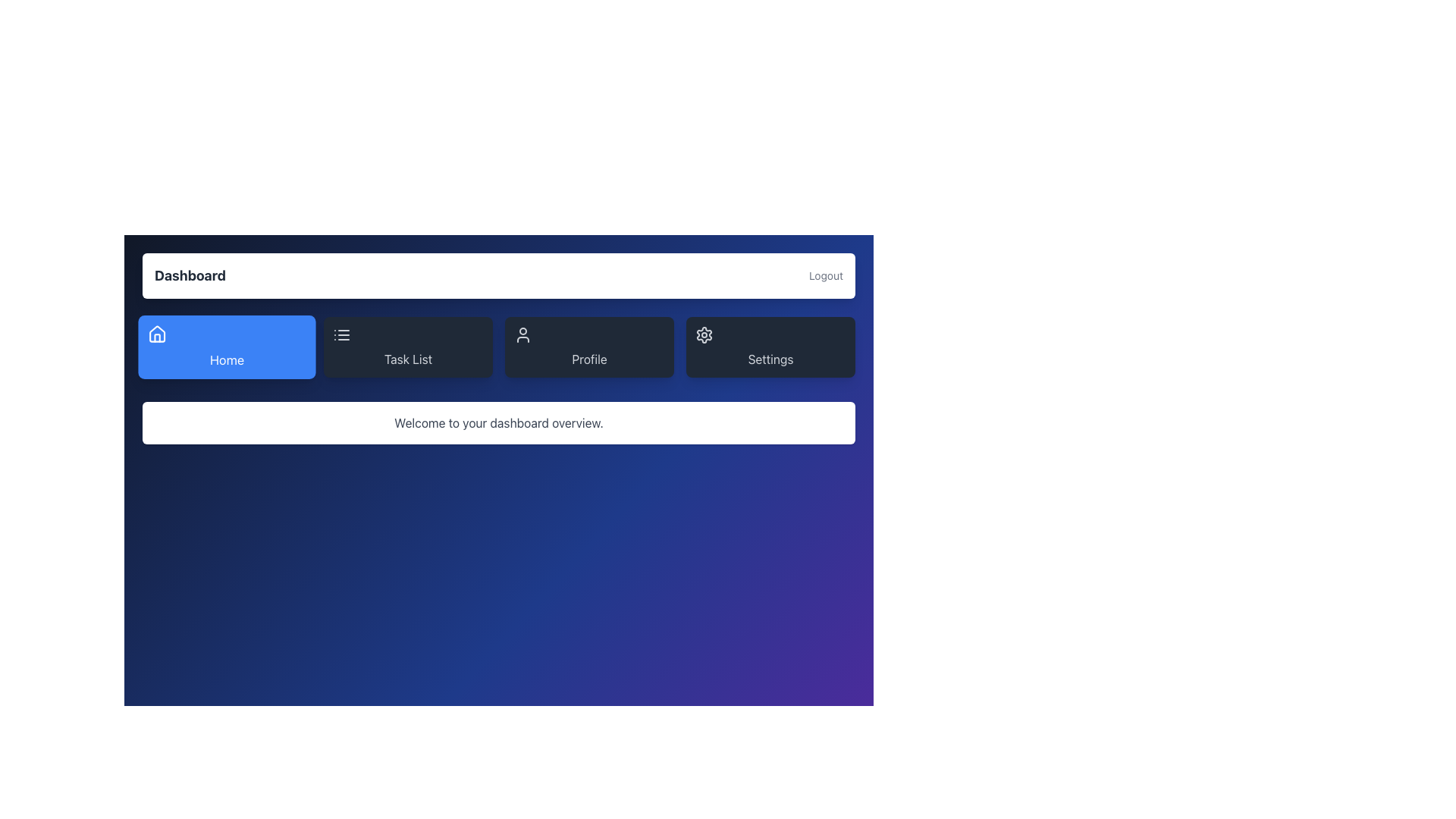 This screenshot has width=1456, height=819. What do you see at coordinates (408, 347) in the screenshot?
I see `the 'Task List' button, which is the second item in a horizontal row of interactive items` at bounding box center [408, 347].